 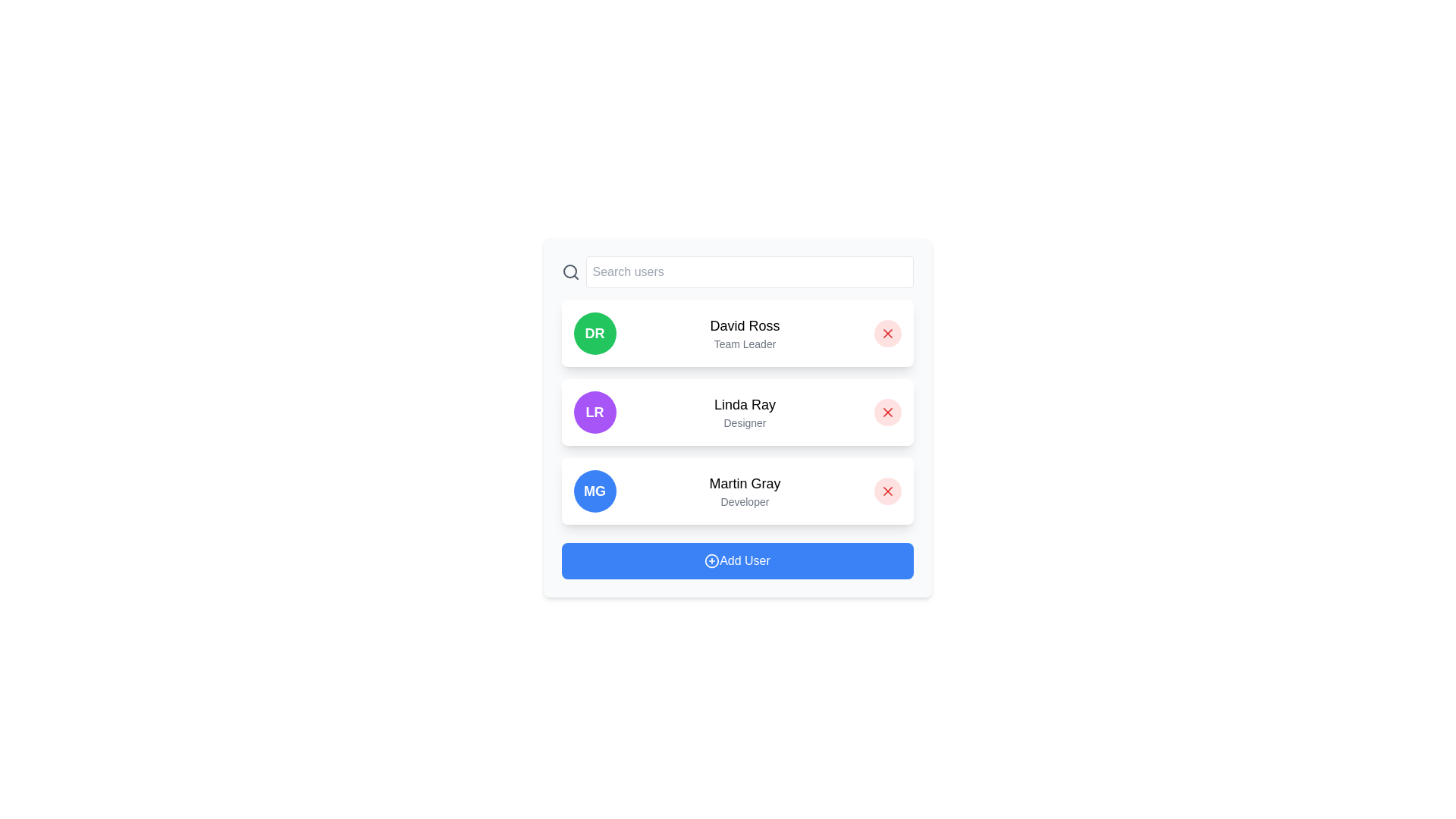 I want to click on the search icon located at the left of the search input field to initiate a search, so click(x=570, y=271).